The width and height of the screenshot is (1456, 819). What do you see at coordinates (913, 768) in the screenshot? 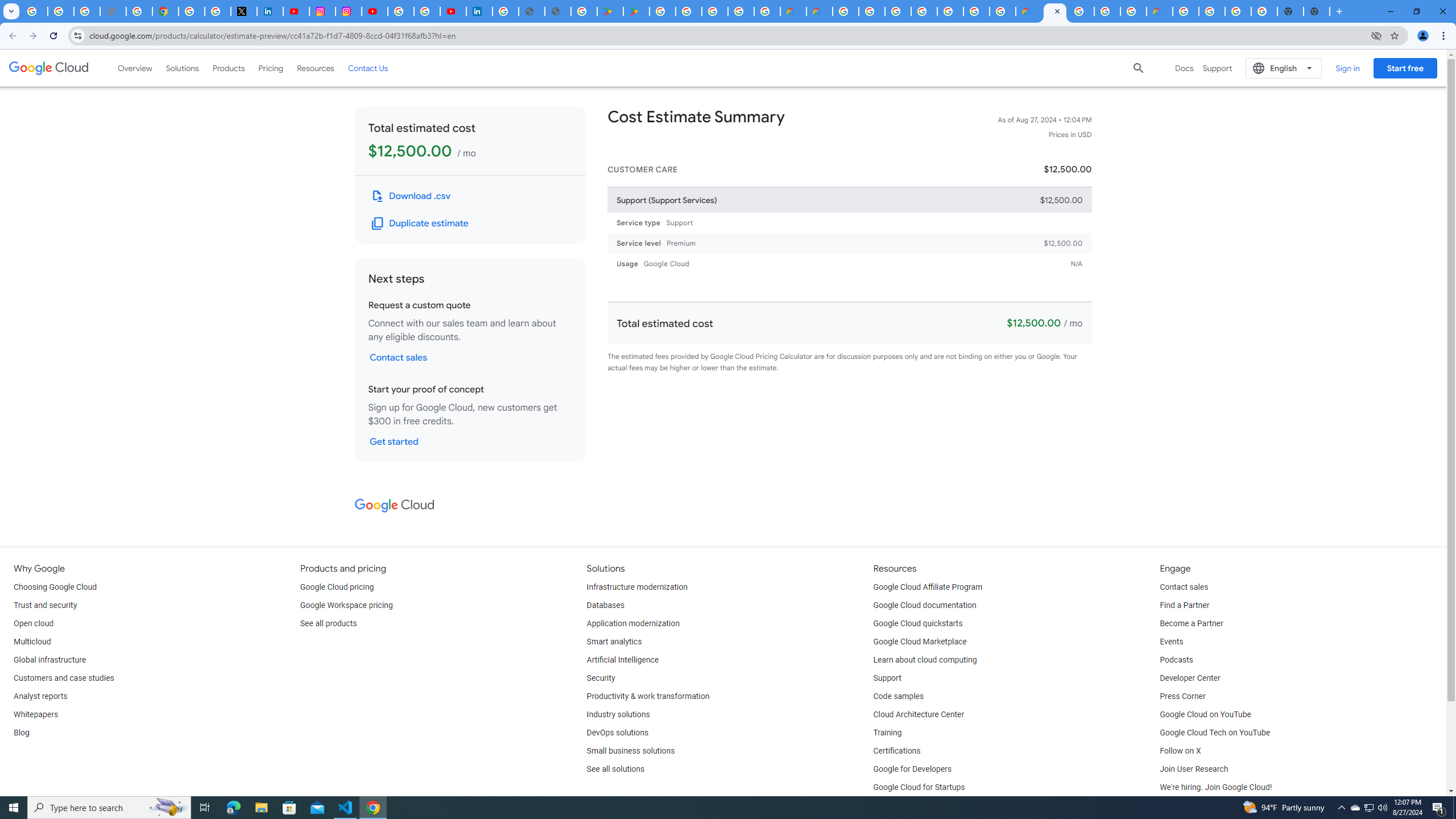
I see `'Google for Developers'` at bounding box center [913, 768].